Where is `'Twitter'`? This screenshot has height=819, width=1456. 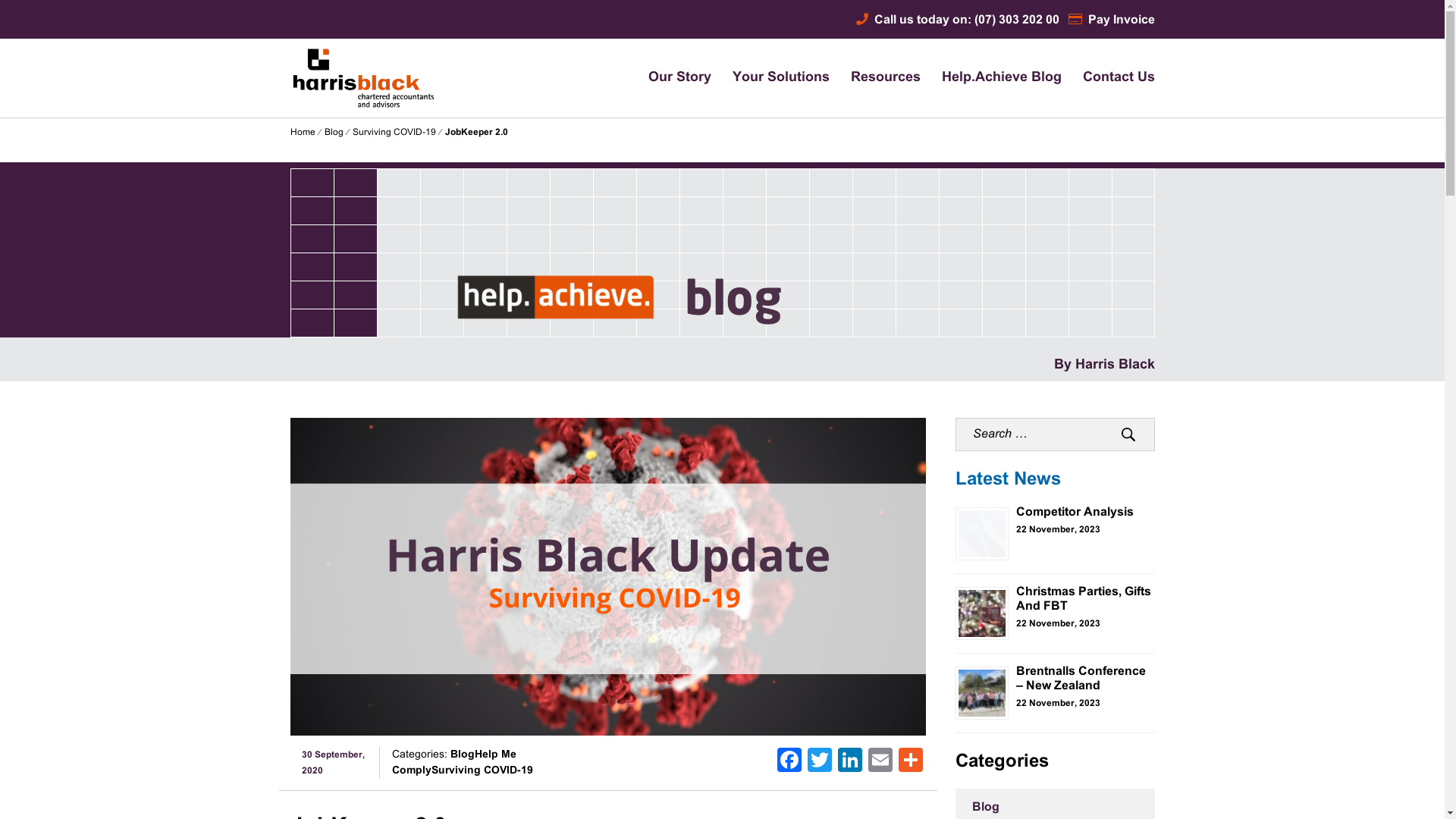
'Twitter' is located at coordinates (818, 763).